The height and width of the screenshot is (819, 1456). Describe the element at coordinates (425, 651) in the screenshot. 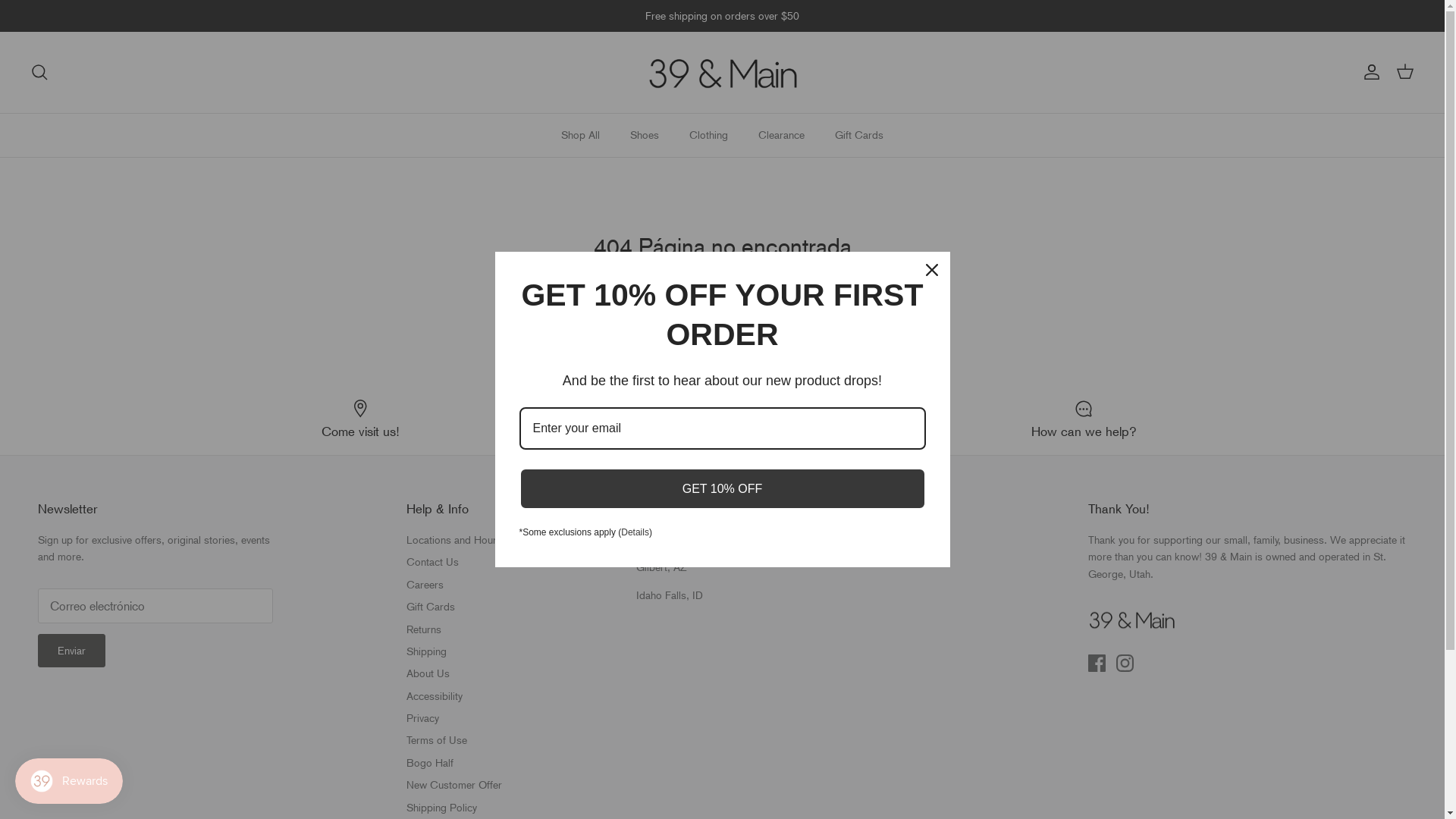

I see `'Shipping'` at that location.